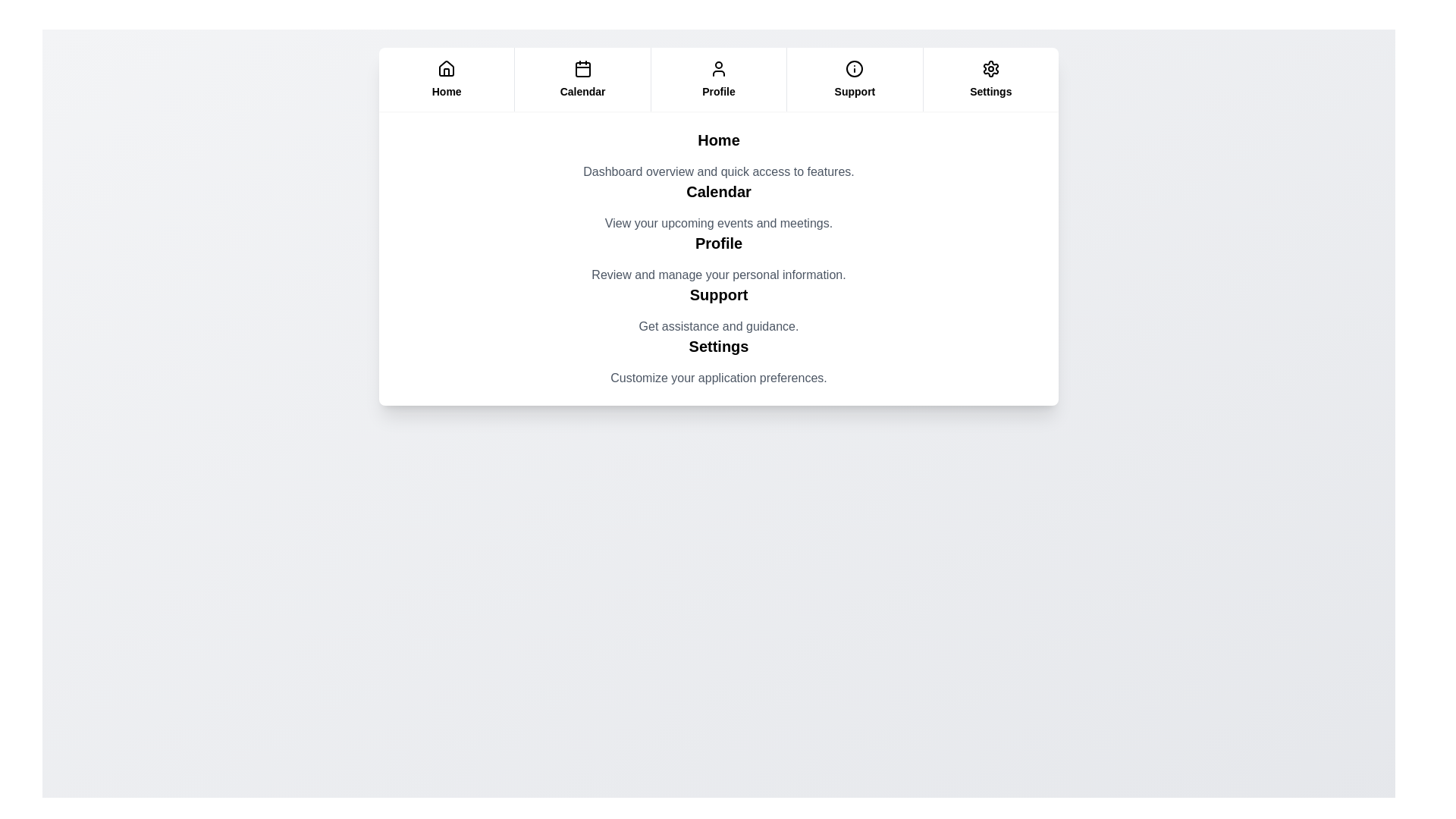  Describe the element at coordinates (718, 295) in the screenshot. I see `the bold 'Support' text header, which is visually distinct due to its larger font size and bold styling, positioned centrally in the visible area` at that location.